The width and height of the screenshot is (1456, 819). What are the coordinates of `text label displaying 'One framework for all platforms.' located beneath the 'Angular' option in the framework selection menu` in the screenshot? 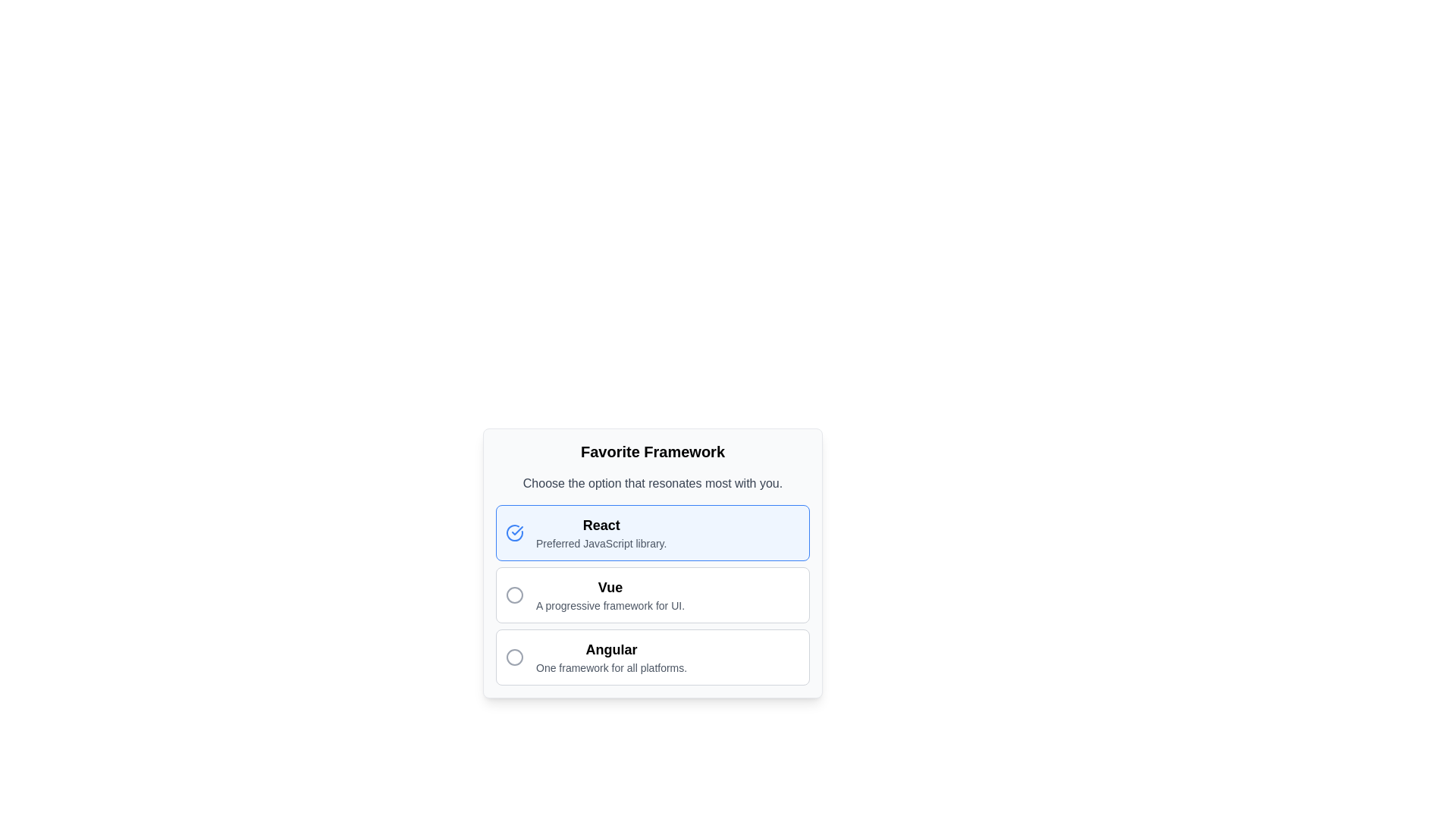 It's located at (611, 667).